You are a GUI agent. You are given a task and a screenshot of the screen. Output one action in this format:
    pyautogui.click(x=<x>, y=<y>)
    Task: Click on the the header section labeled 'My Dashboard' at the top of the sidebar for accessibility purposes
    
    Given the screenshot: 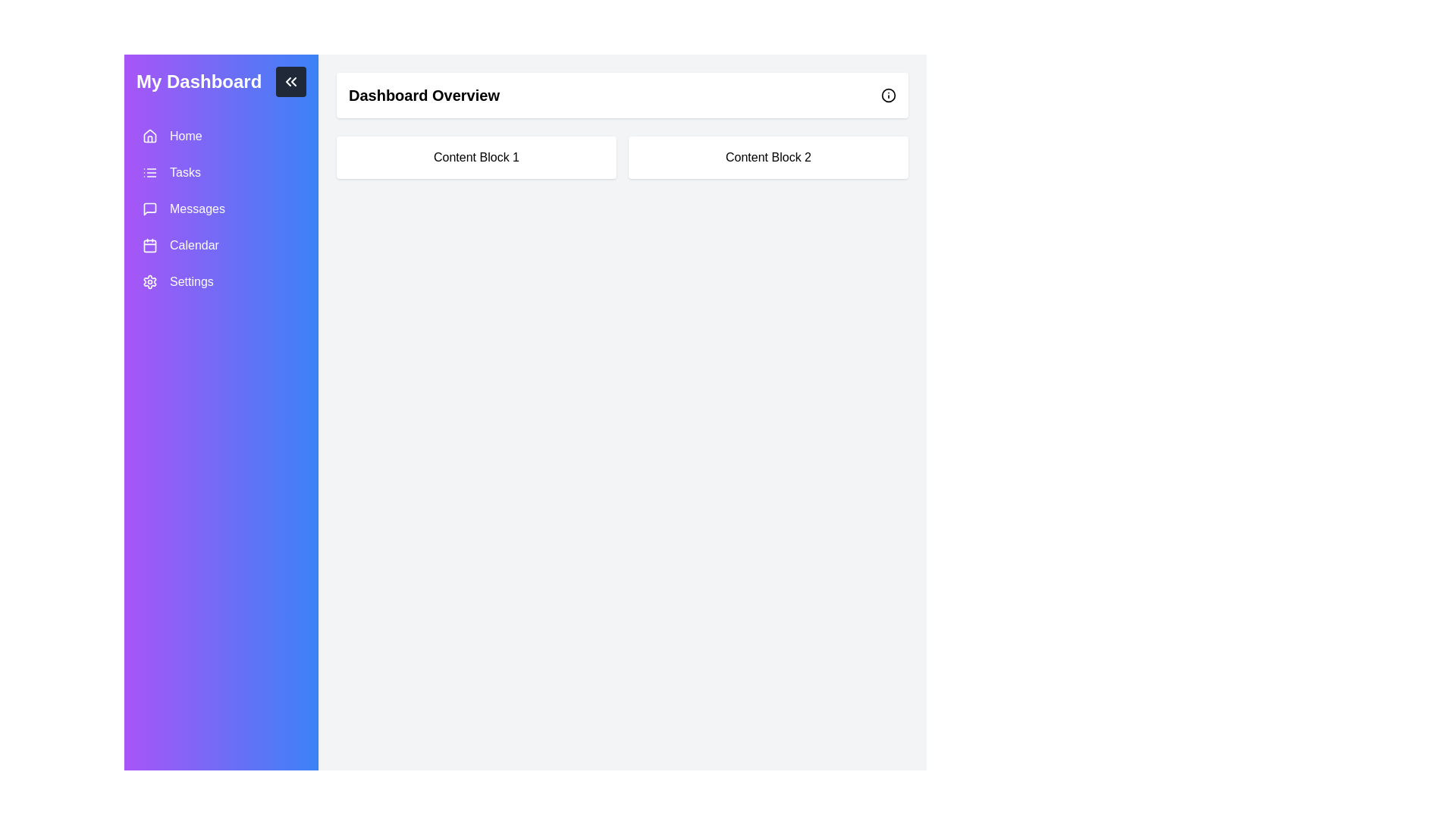 What is the action you would take?
    pyautogui.click(x=221, y=82)
    